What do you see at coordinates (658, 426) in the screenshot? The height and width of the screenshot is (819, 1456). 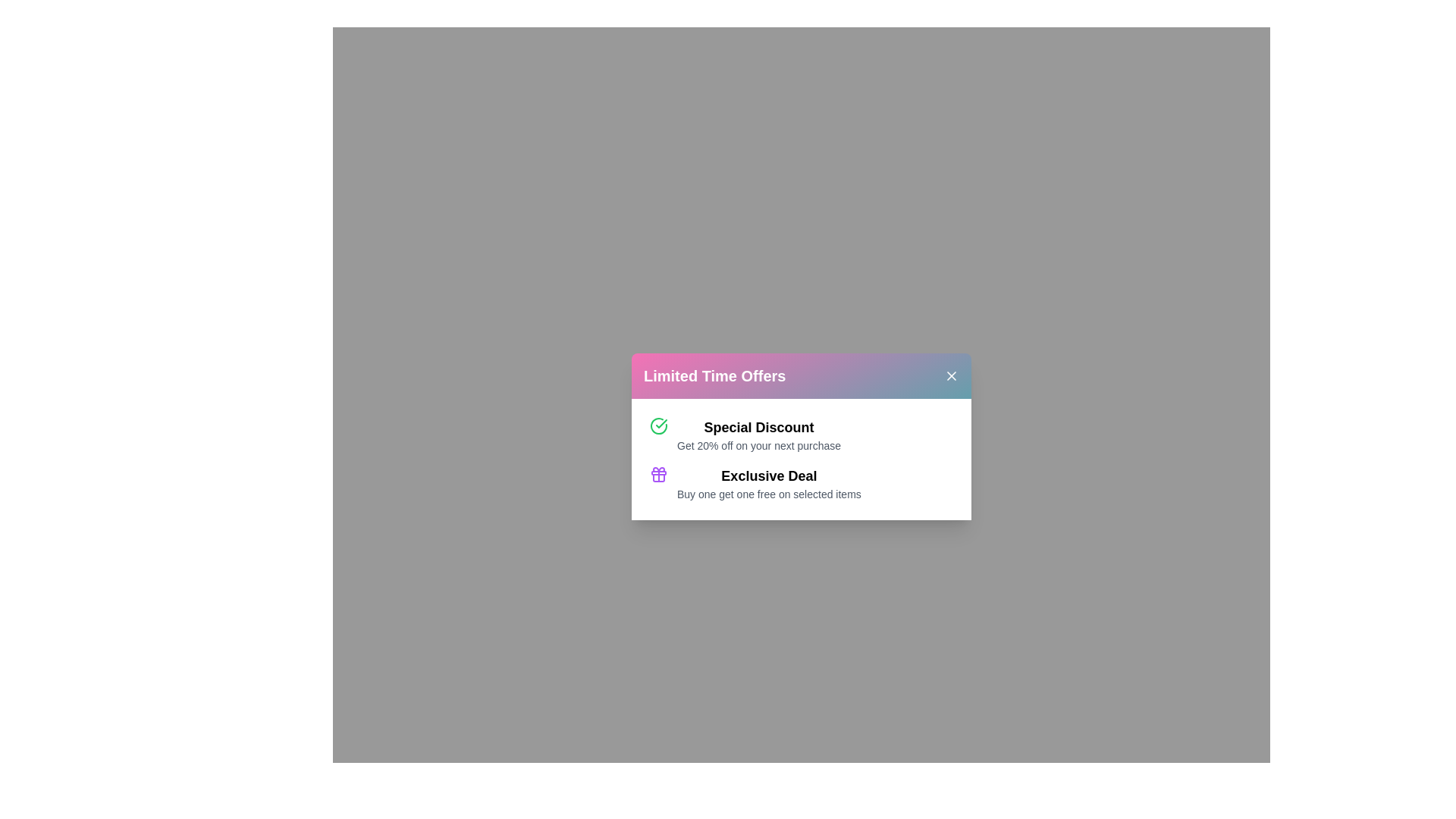 I see `the first offer to view its details` at bounding box center [658, 426].